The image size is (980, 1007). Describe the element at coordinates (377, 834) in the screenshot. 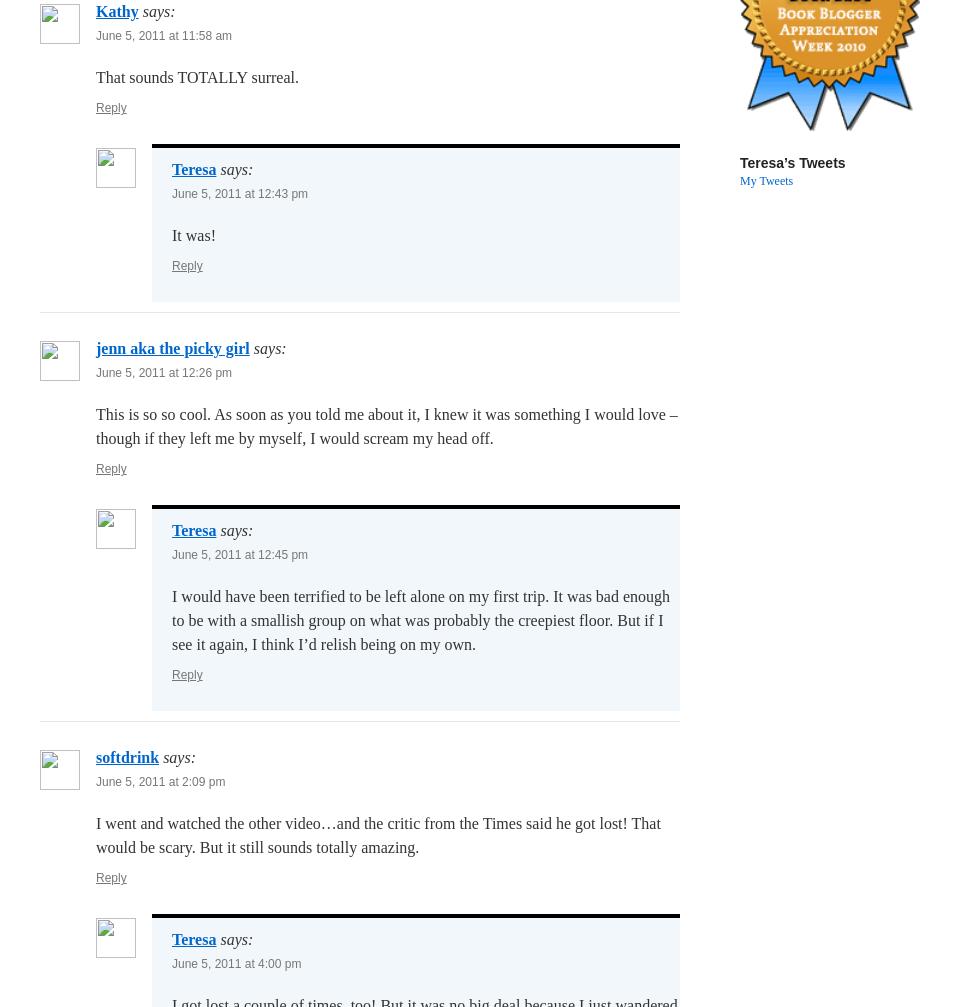

I see `'I went and watched the other video…and the critic from the Times said he got lost! That would be scary. But it still sounds totally amazing.'` at that location.